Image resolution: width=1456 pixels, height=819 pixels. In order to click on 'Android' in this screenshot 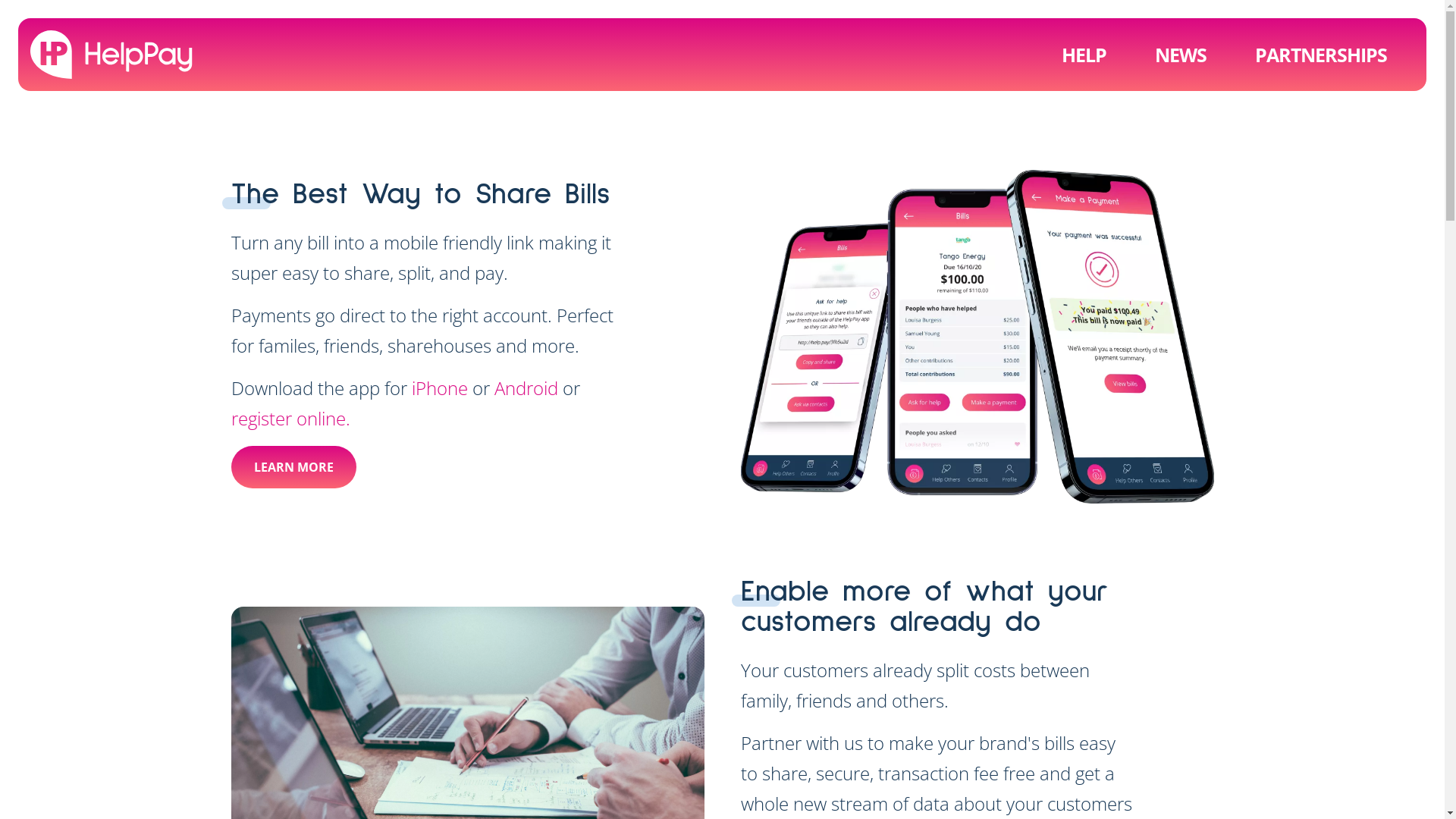, I will do `click(528, 387)`.